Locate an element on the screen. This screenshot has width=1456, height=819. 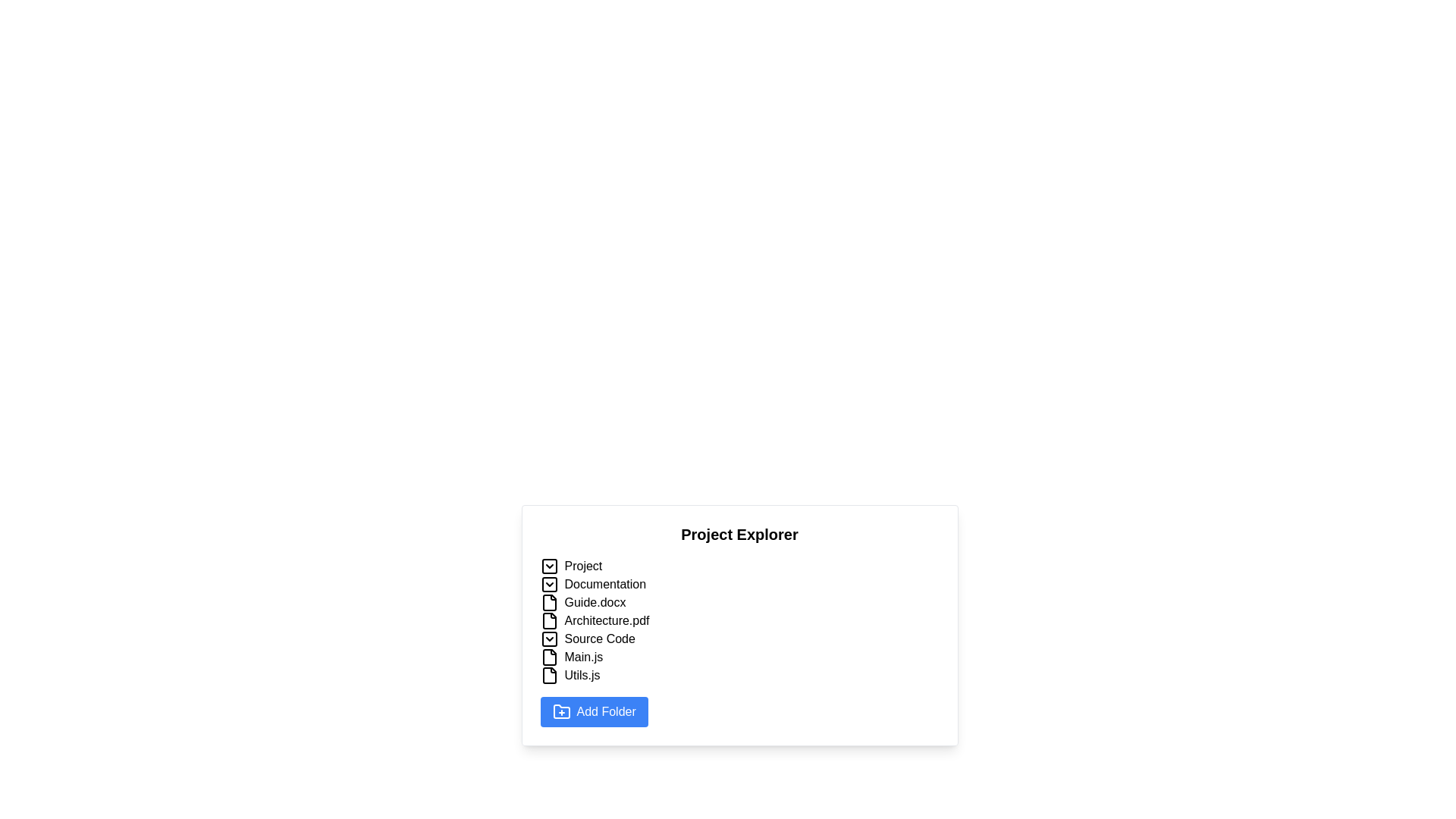
the rectangular graphical element that forms part of the dropdown indicator for the 'Documentation' folder in the 'Project Explorer' interface is located at coordinates (548, 584).